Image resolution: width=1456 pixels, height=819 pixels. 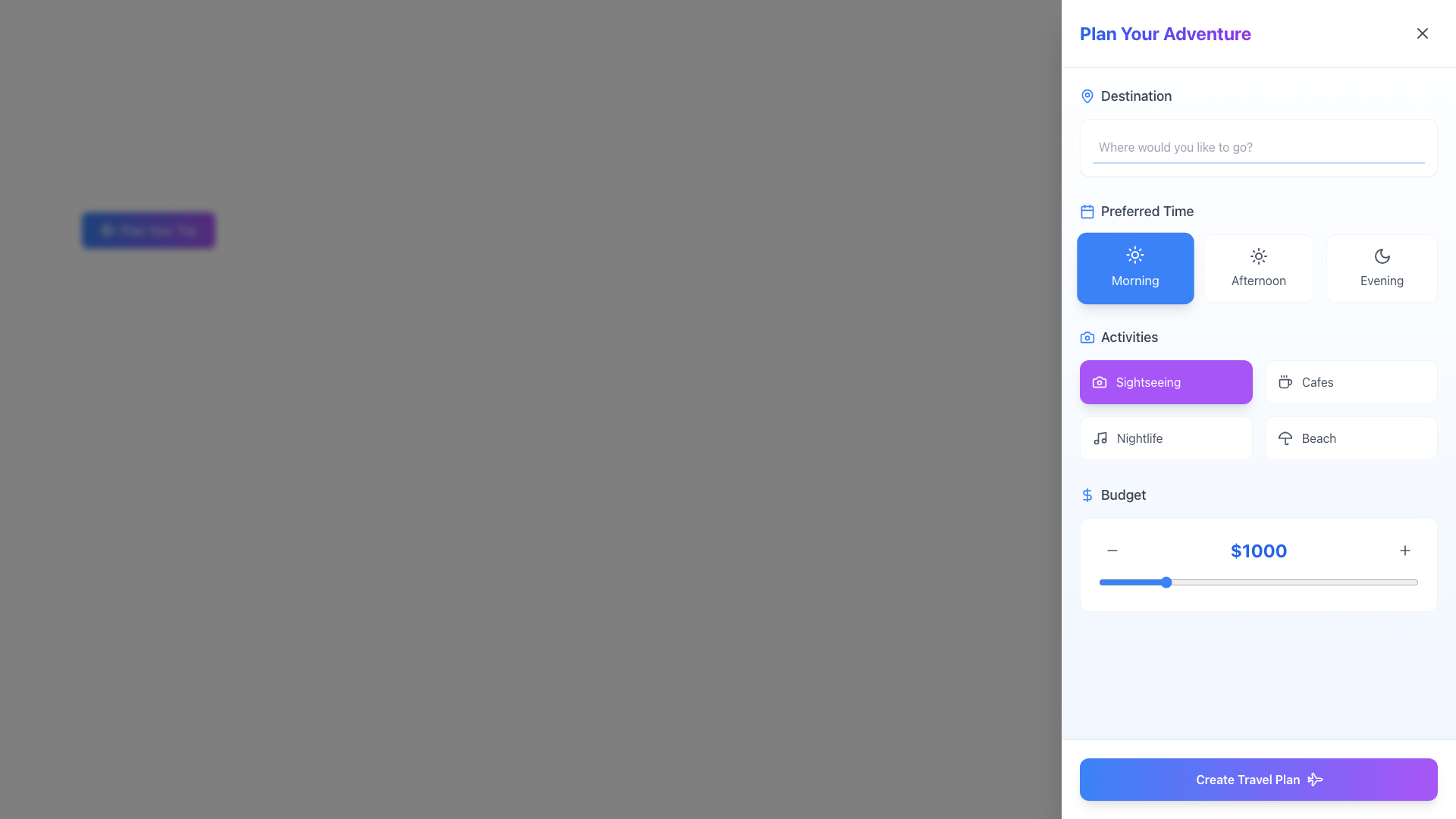 What do you see at coordinates (1318, 438) in the screenshot?
I see `the text label for the 'Beach' activity option` at bounding box center [1318, 438].